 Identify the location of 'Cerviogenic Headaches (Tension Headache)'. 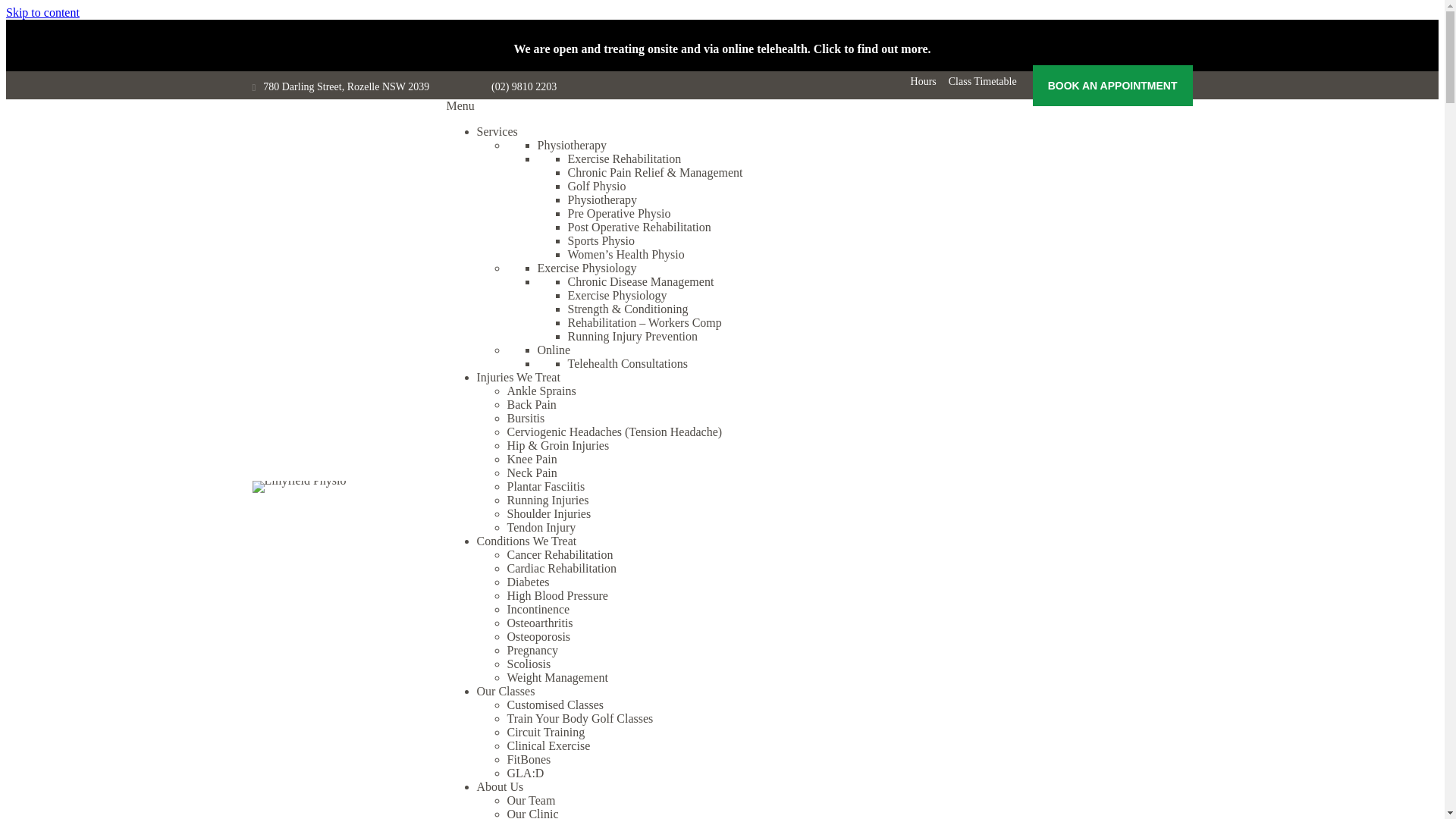
(614, 431).